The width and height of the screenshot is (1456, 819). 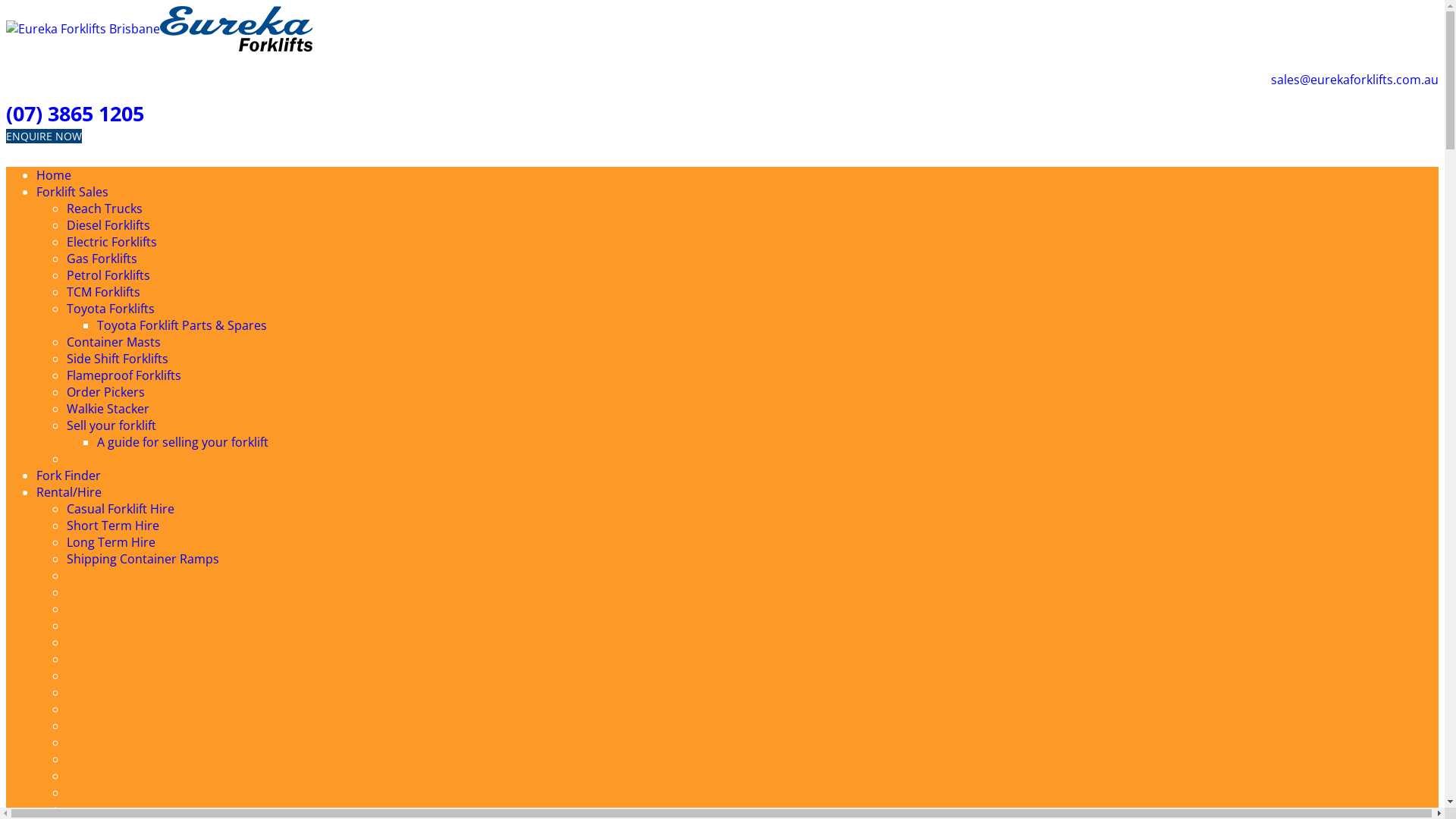 I want to click on 'Shipping Container Ramps', so click(x=143, y=558).